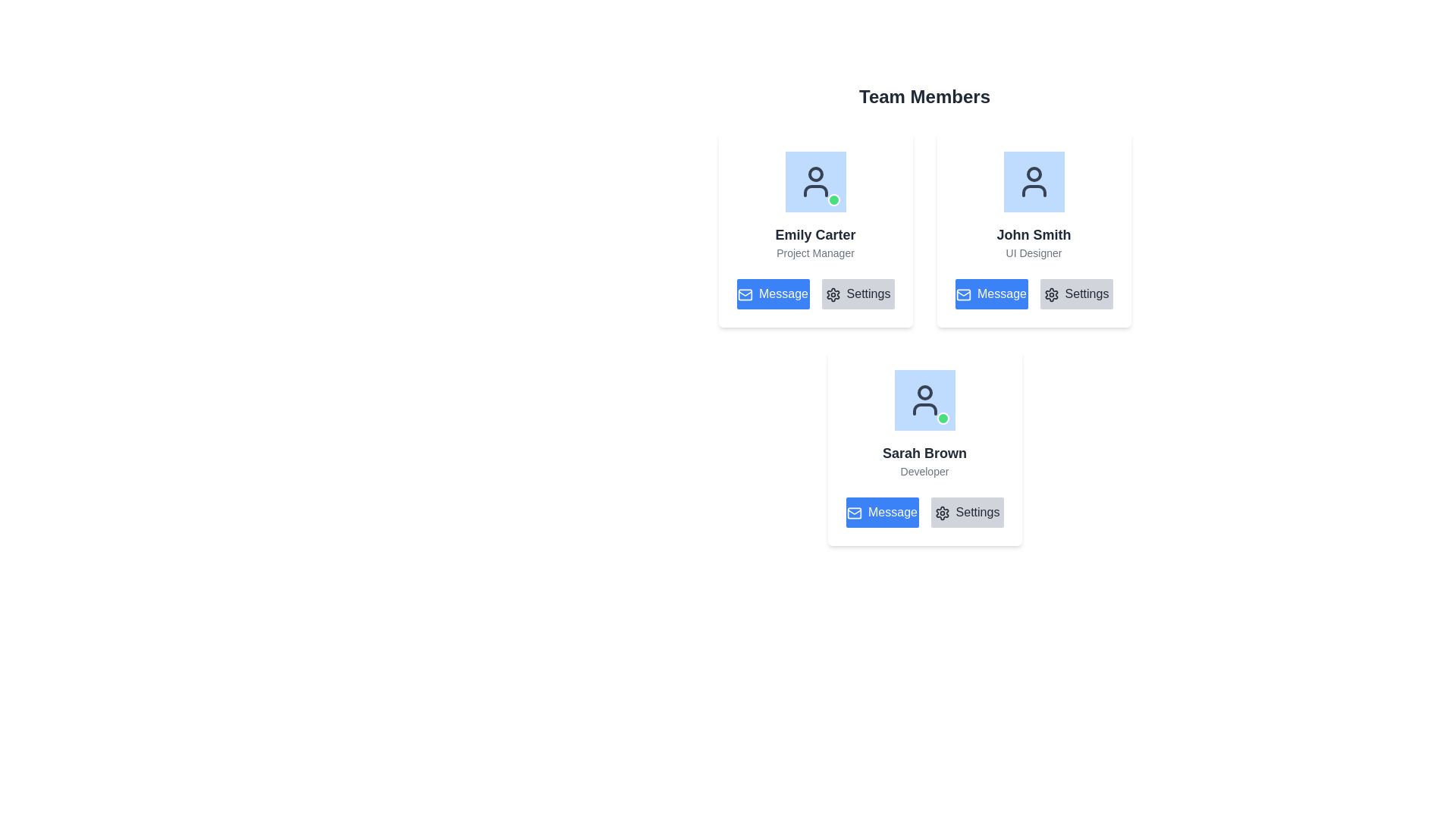  What do you see at coordinates (814, 253) in the screenshot?
I see `the text label 'Project Manager' displayed in light gray, located directly below 'Emily Carter' in the member card` at bounding box center [814, 253].